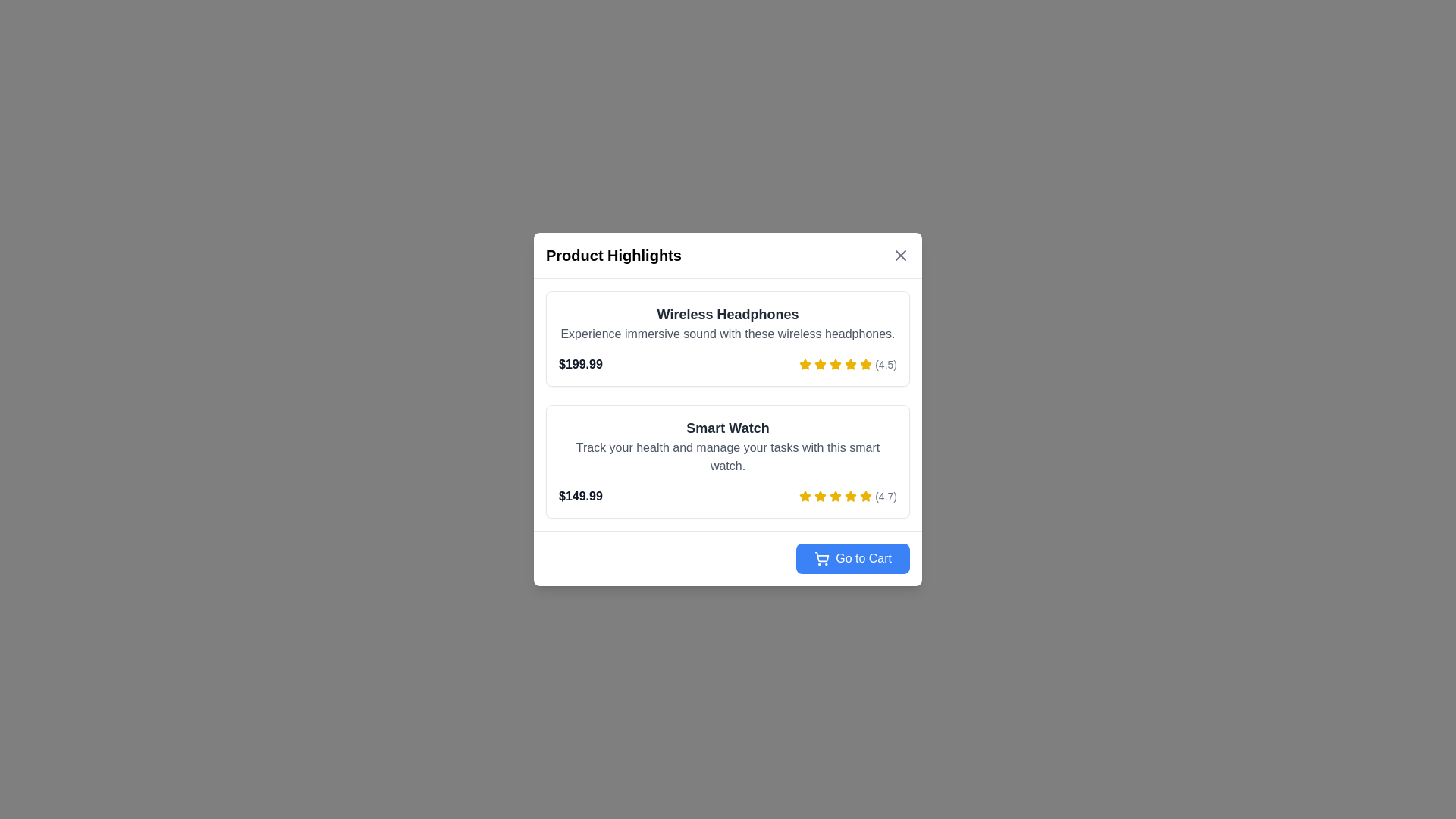  I want to click on the third star icon in the five-star rating system next to the 'Smart Watch' listing to interact with the rating system, so click(820, 497).